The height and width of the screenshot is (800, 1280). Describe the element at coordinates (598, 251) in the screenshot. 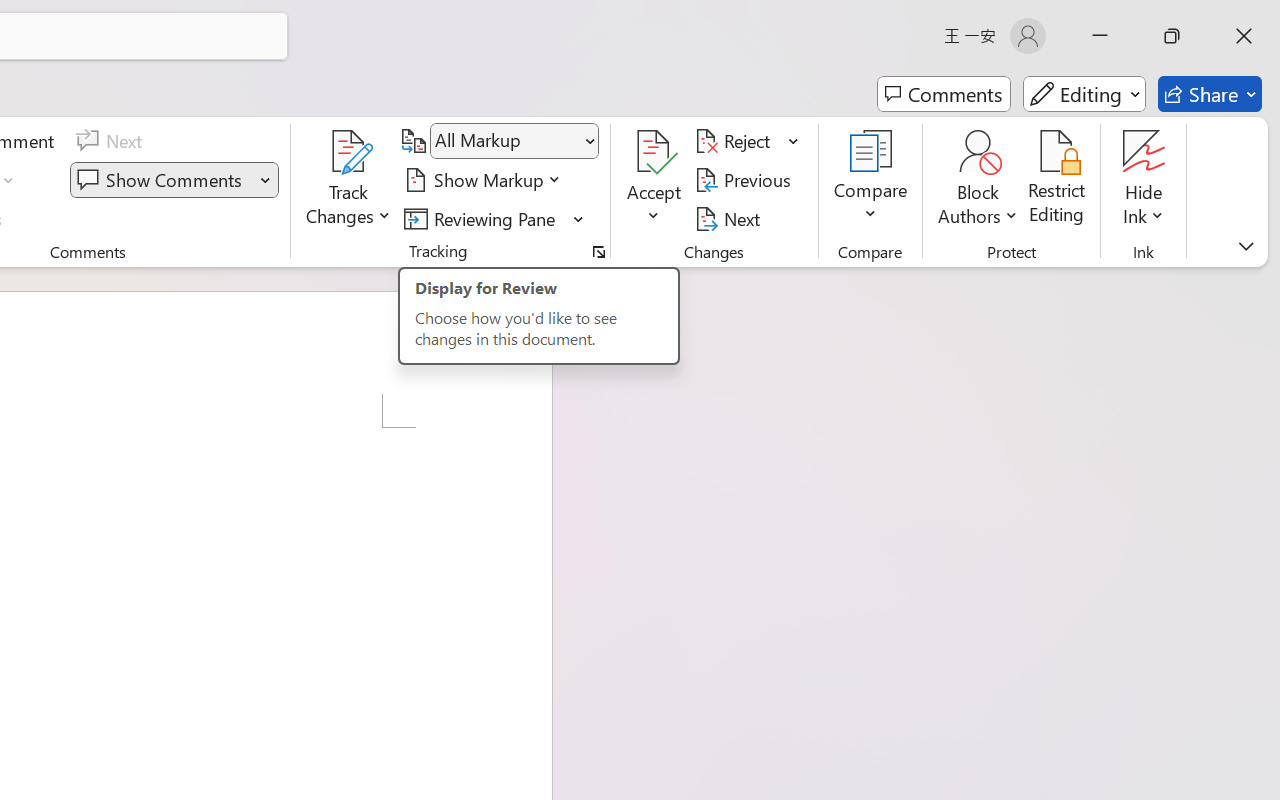

I see `'Change Tracking Options...'` at that location.